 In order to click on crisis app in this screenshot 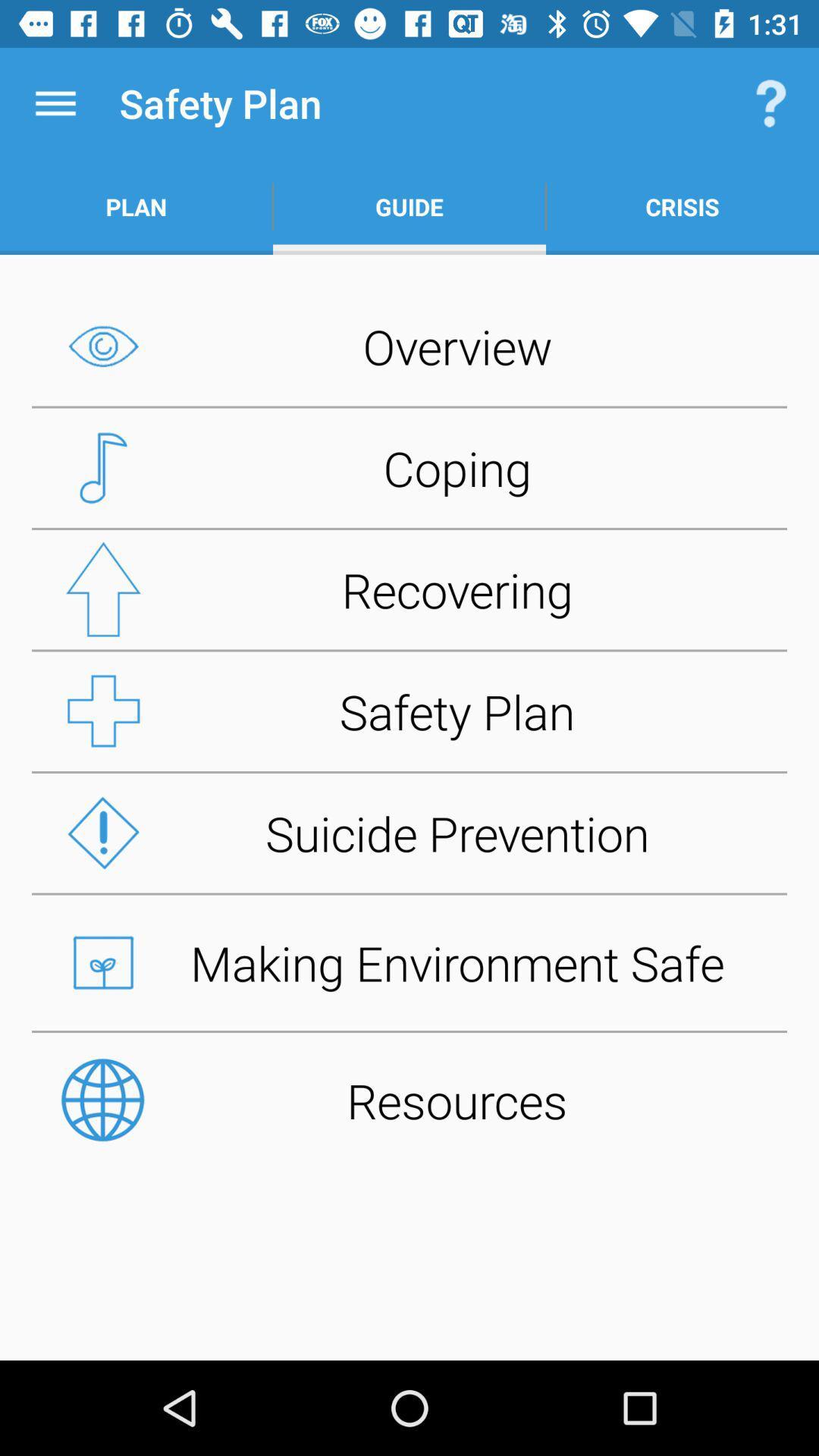, I will do `click(681, 206)`.